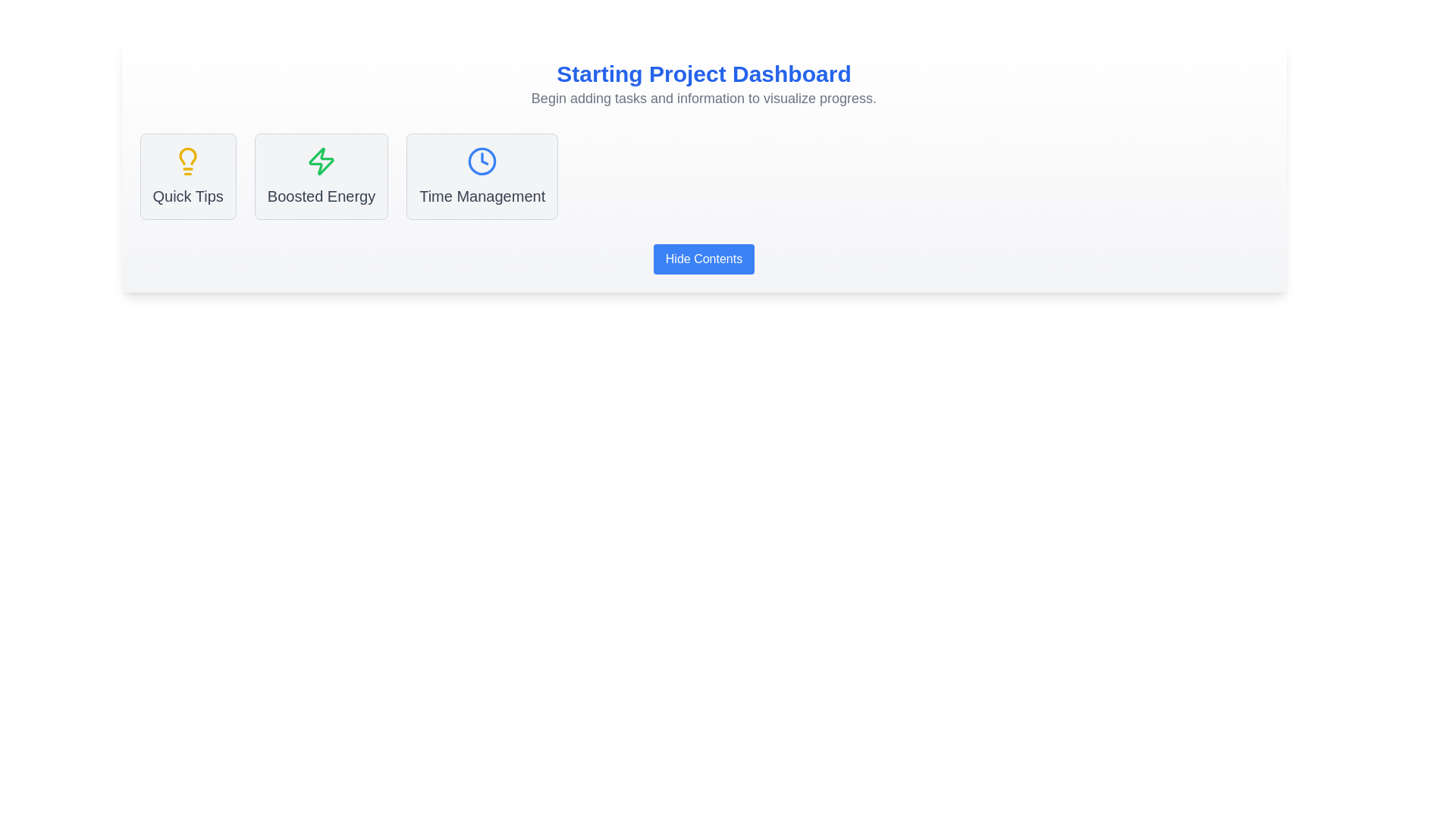 This screenshot has height=819, width=1456. I want to click on the 'Time Management' icon, which is the third button in a horizontal sequence of three buttons located centrally in the interface, so click(482, 161).